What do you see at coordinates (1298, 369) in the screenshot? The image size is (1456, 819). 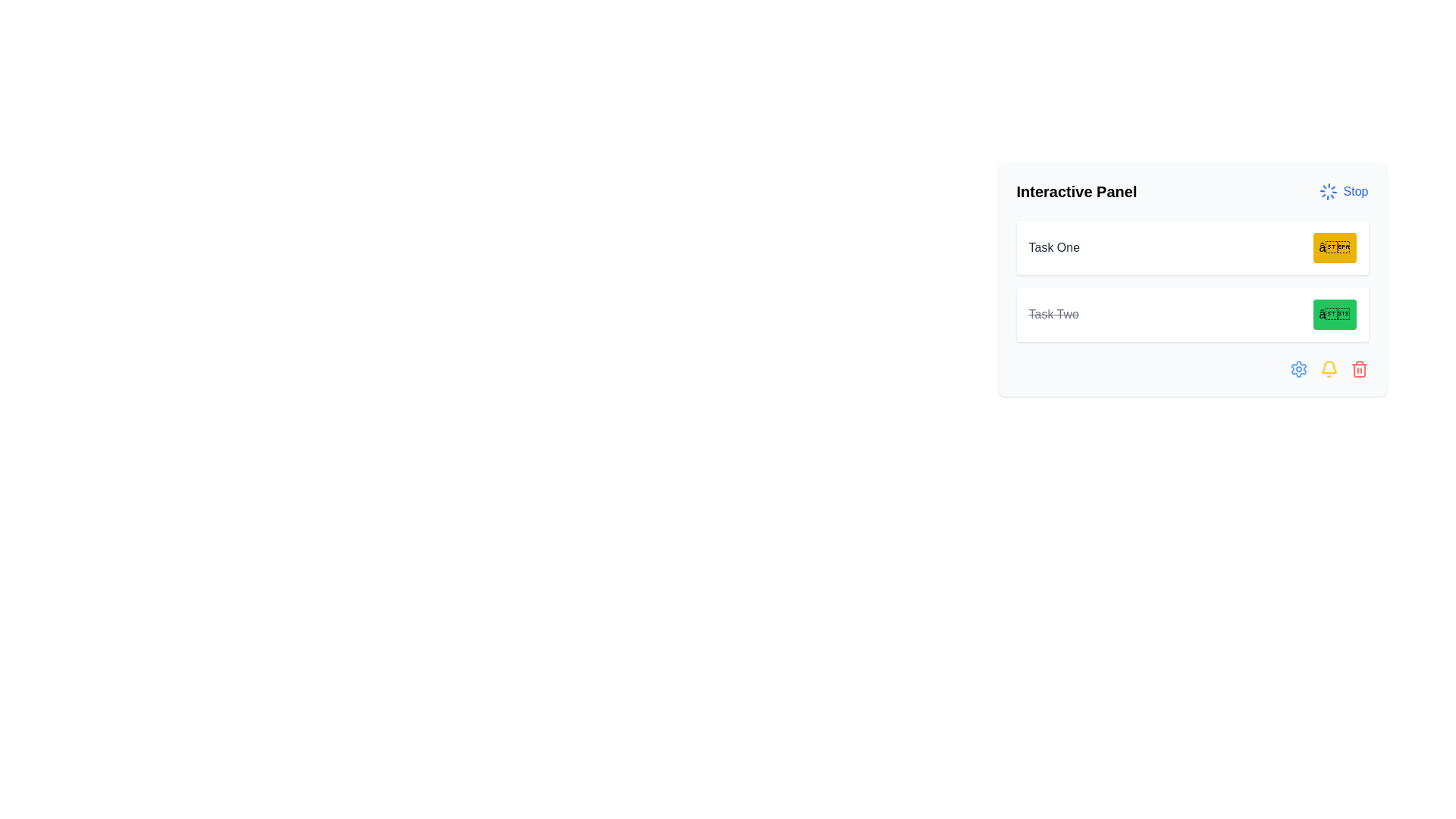 I see `the Icon Button, which is the leftmost item in a horizontal sequence of controls at the bottom right of the panel` at bounding box center [1298, 369].